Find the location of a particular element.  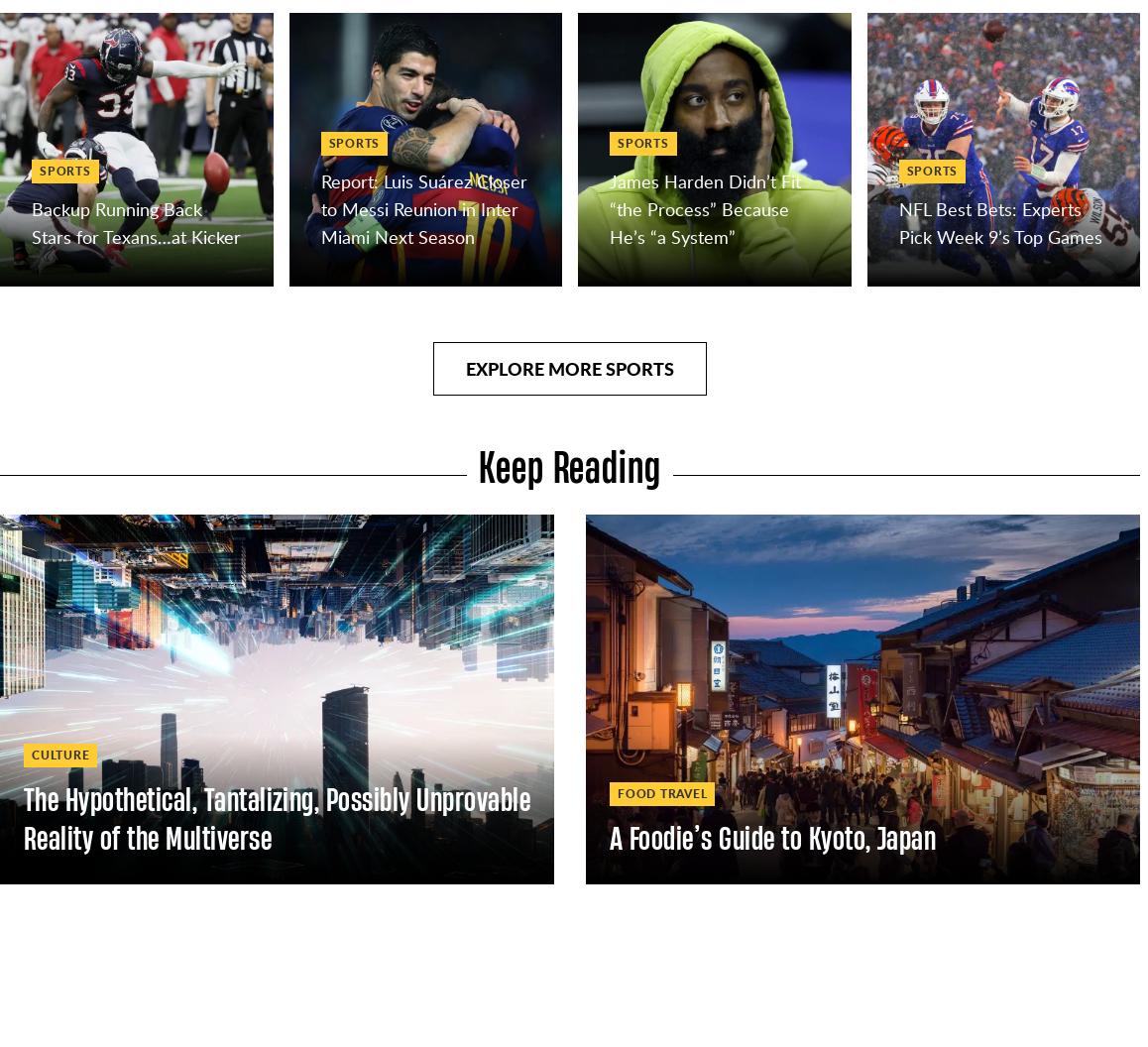

'James Harden Didn’t Fit “the Process” Because He’s “a System”' is located at coordinates (704, 207).